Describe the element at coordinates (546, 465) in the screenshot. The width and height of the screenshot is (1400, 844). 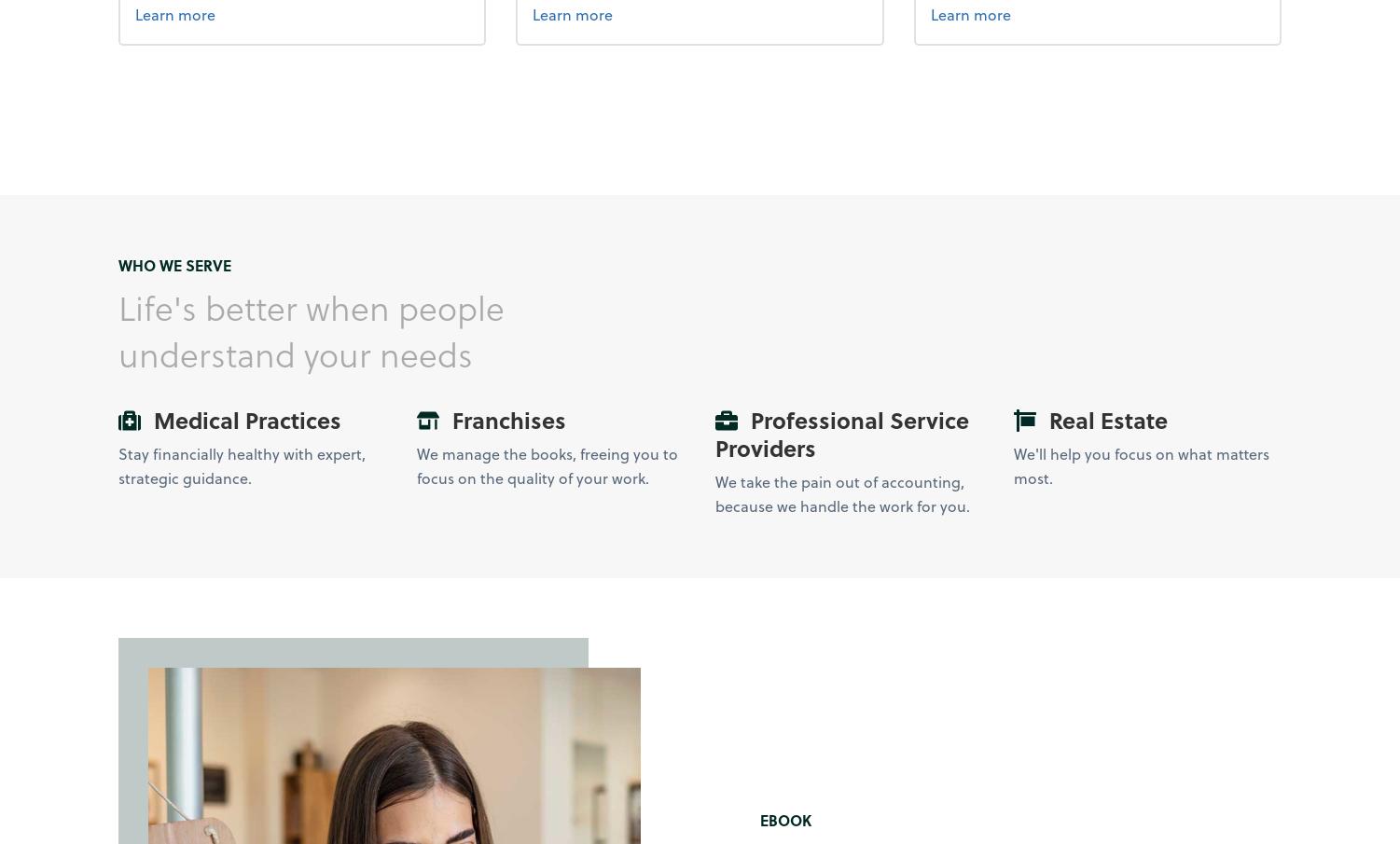
I see `'We manage the books, freeing you to focus on the quality of your work.'` at that location.